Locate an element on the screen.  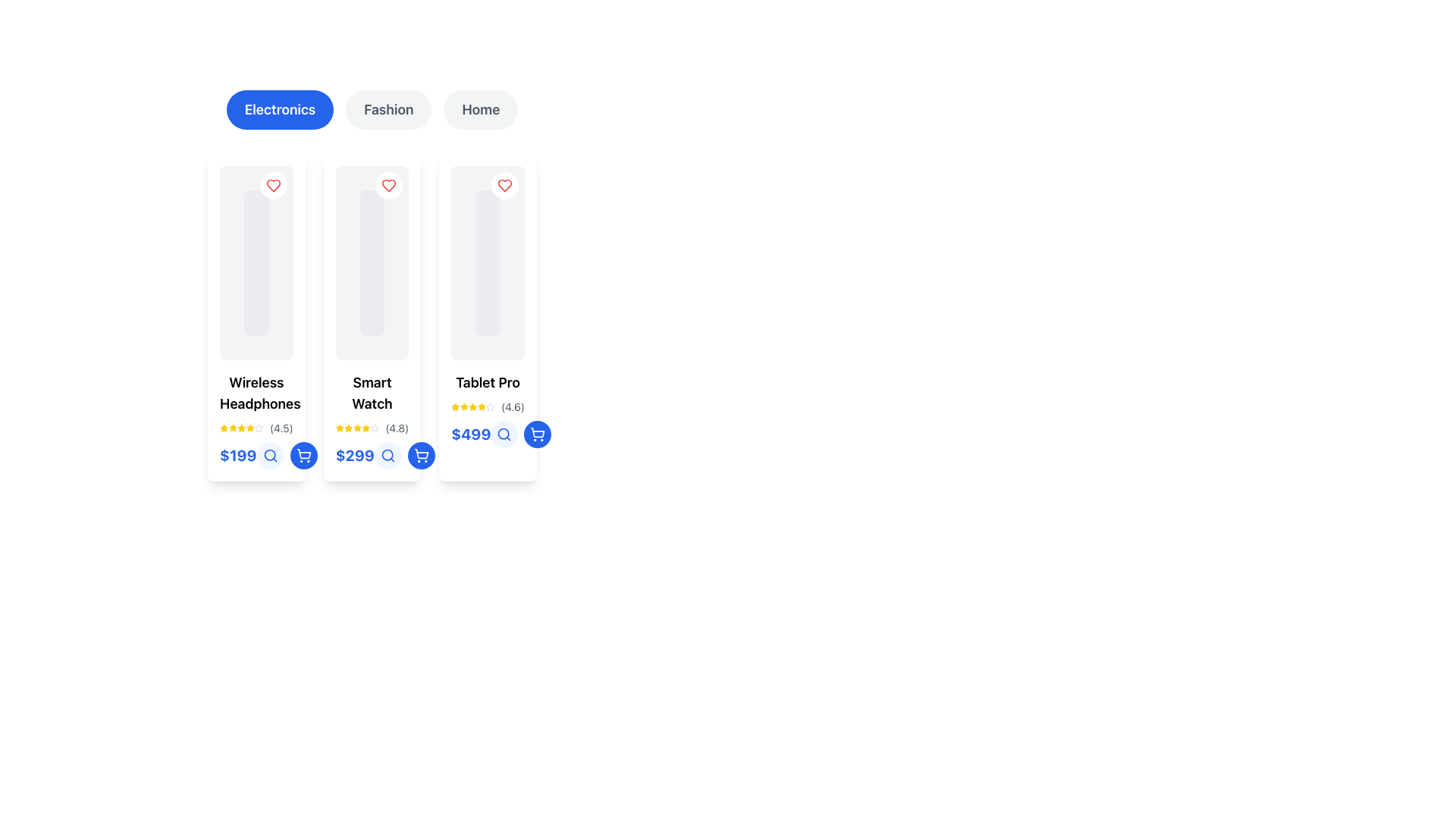
the sixth unfilled rating star icon under the product 'Tablet Pro' in the card layout is located at coordinates (491, 406).